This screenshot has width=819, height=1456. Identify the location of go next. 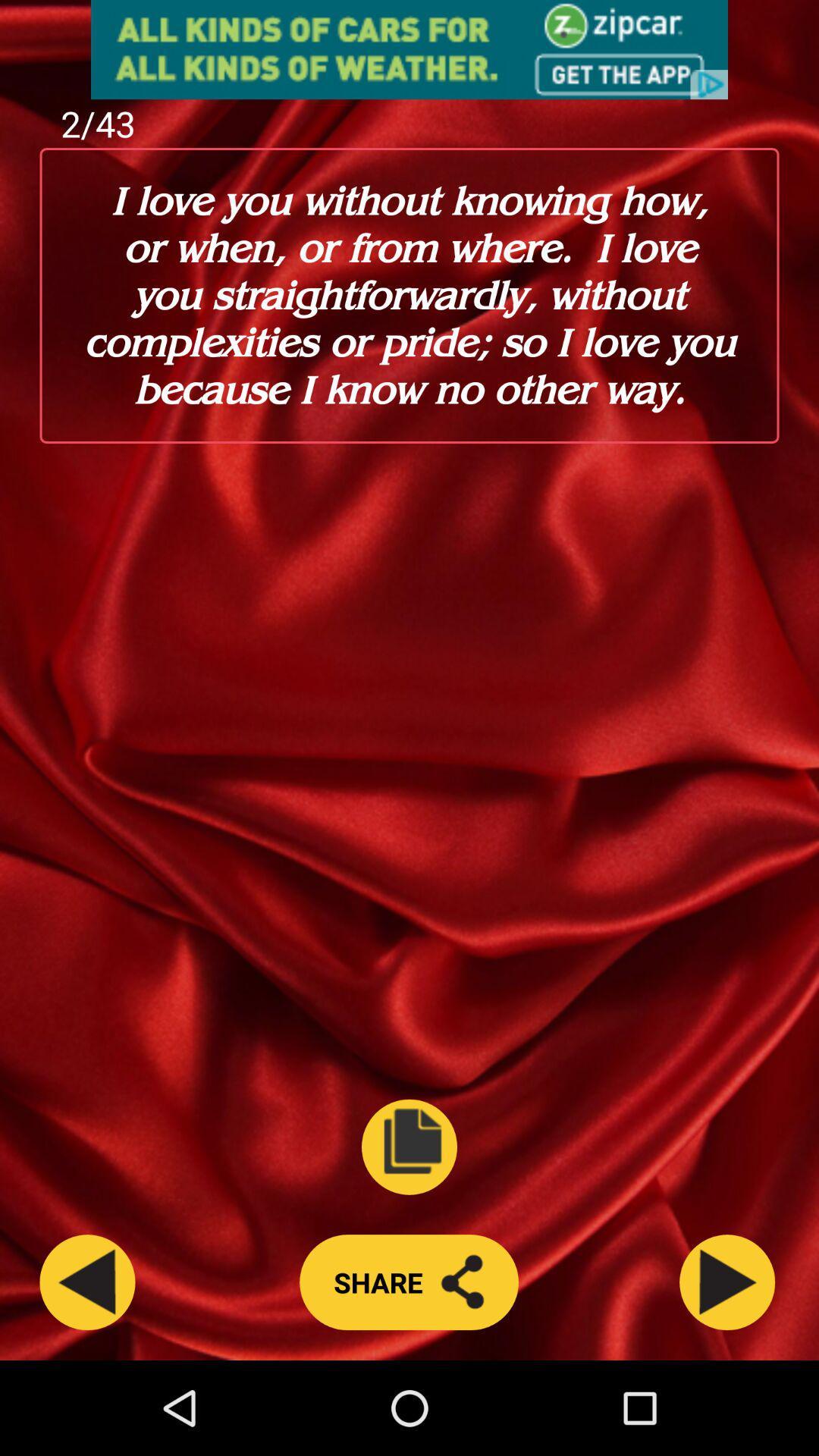
(726, 1282).